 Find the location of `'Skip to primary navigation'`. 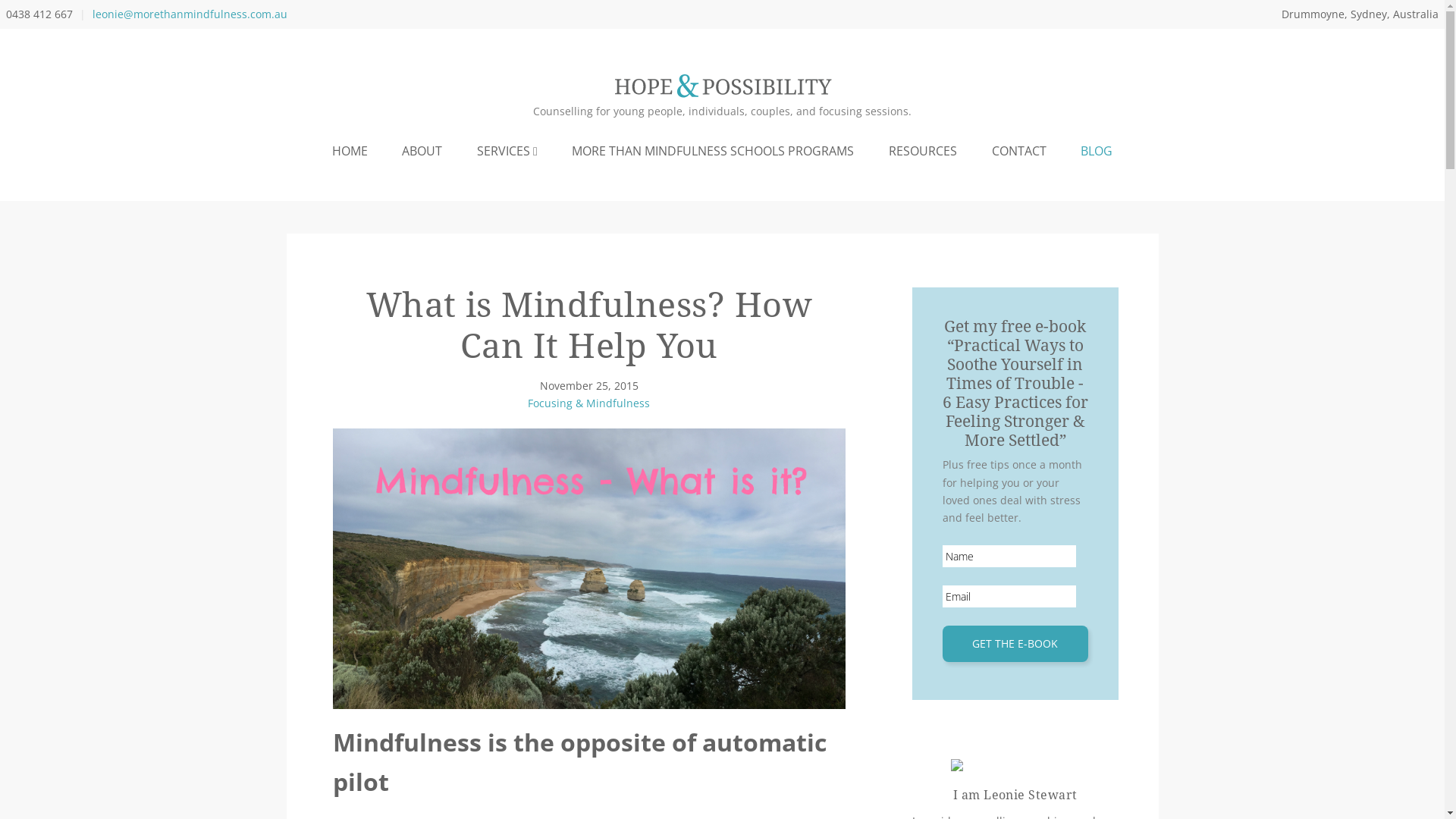

'Skip to primary navigation' is located at coordinates (0, 0).